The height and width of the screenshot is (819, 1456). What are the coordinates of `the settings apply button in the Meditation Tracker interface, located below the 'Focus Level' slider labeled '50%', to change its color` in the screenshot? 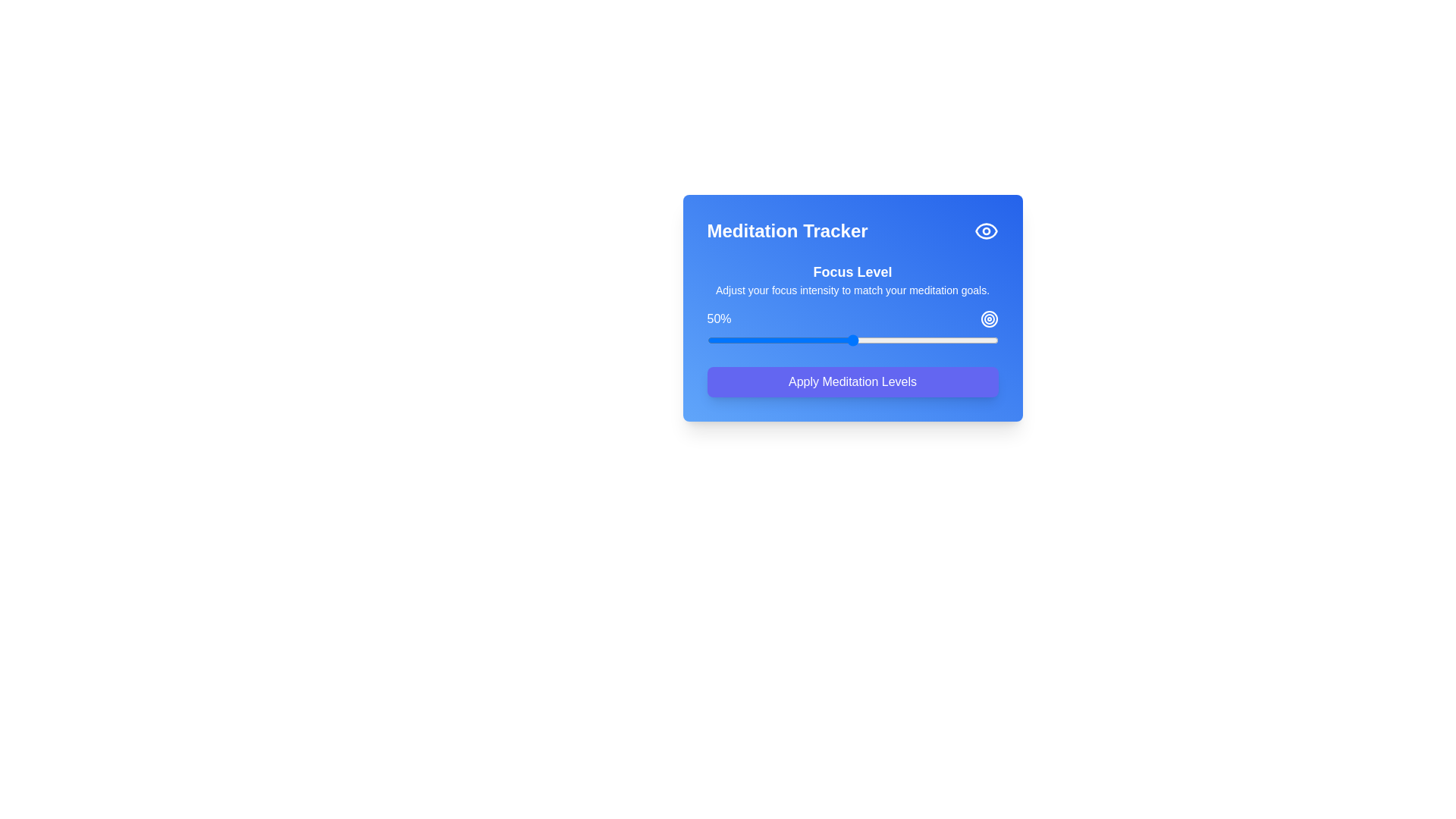 It's located at (852, 381).